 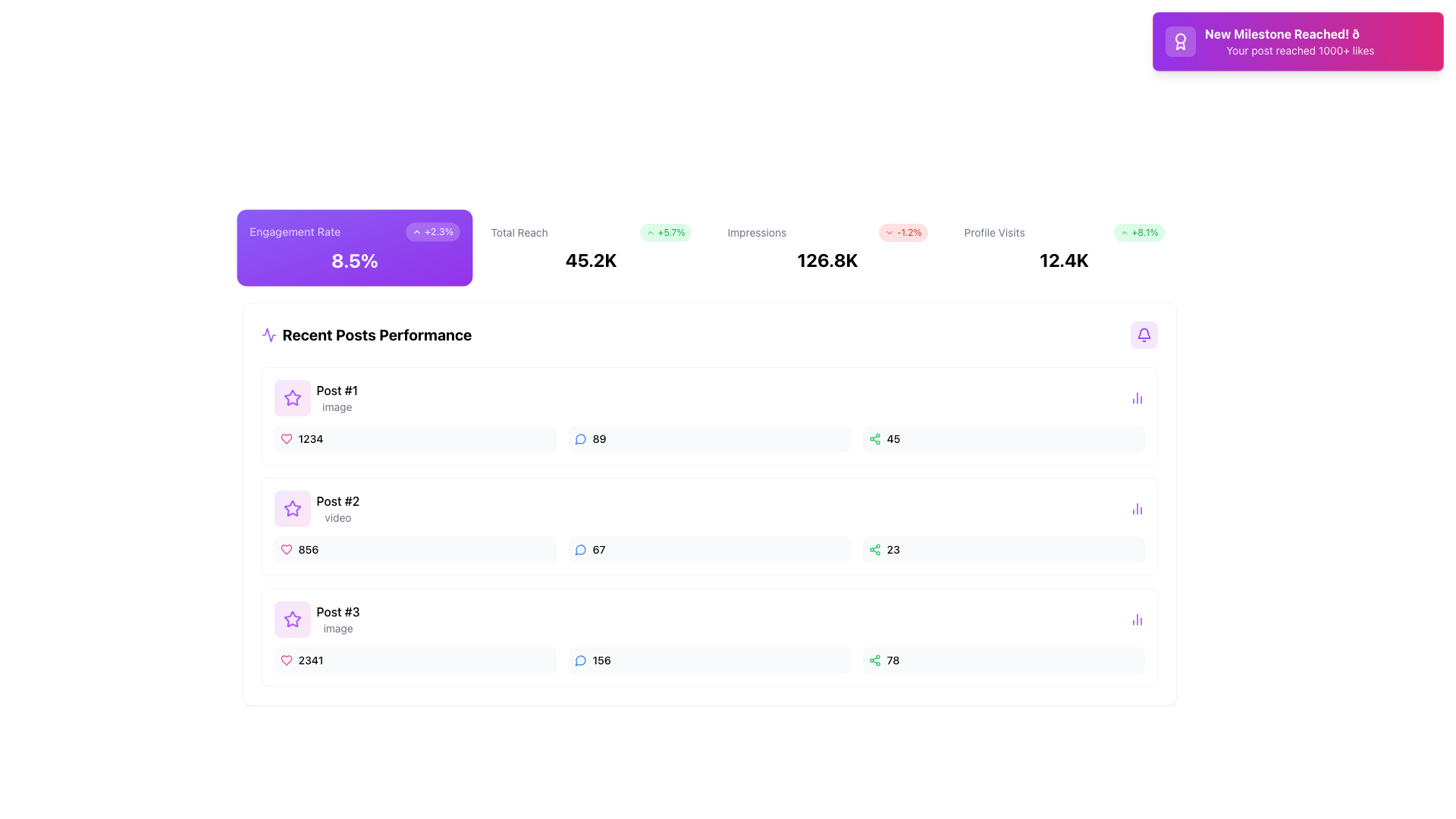 I want to click on the static text displaying the comment count for 'Post #2' located to the right of the blue chat bubble icon in the 'Recent Posts Performance' section, so click(x=598, y=550).